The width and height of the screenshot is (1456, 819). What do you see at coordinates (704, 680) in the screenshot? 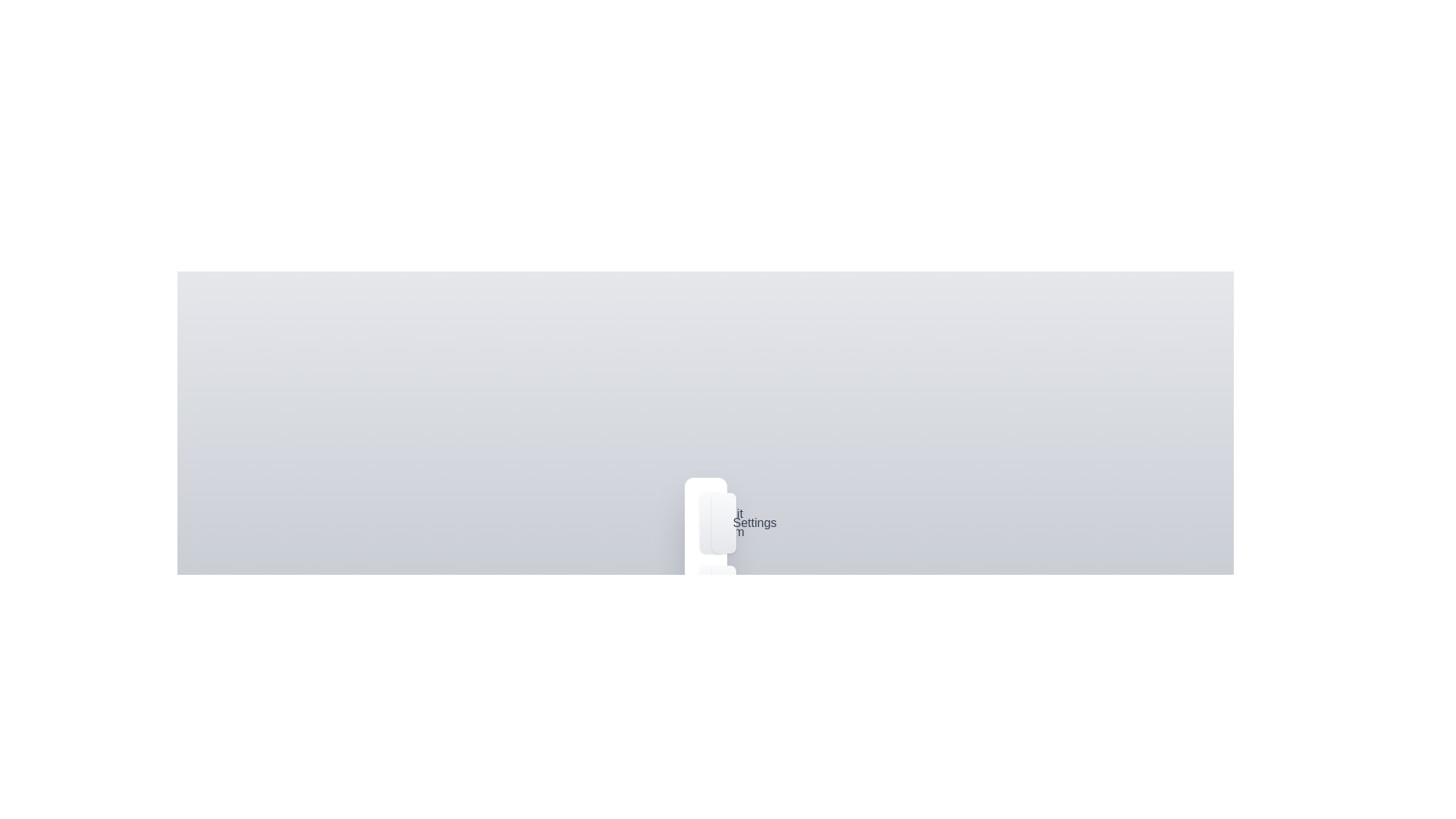
I see `the toggle button to open or close the menu` at bounding box center [704, 680].